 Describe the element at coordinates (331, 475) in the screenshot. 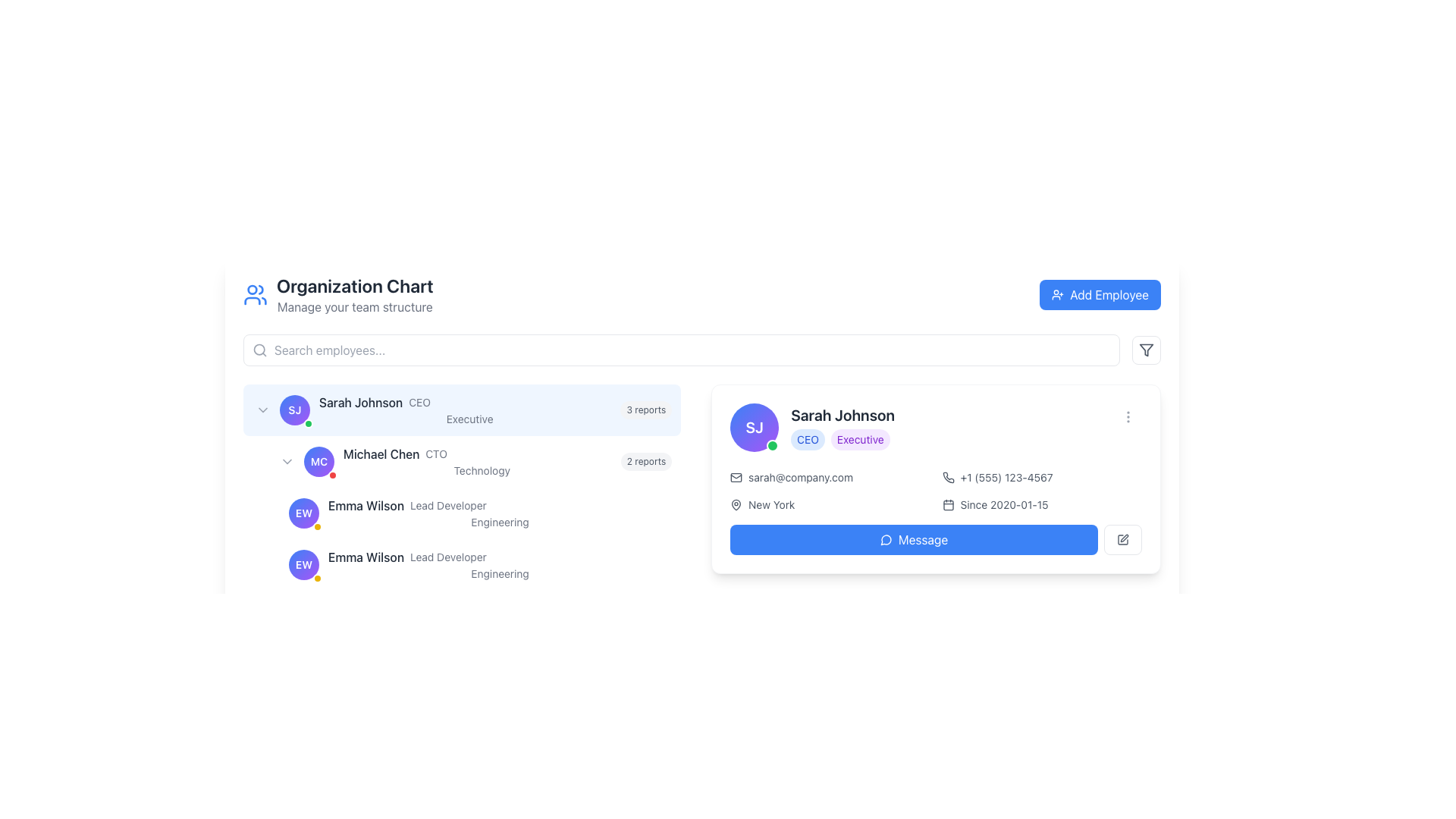

I see `the status notification badge located at the bottom-right corner of the 'MC' badge in the organization chart under 'Michael Chen' as the CTO` at that location.